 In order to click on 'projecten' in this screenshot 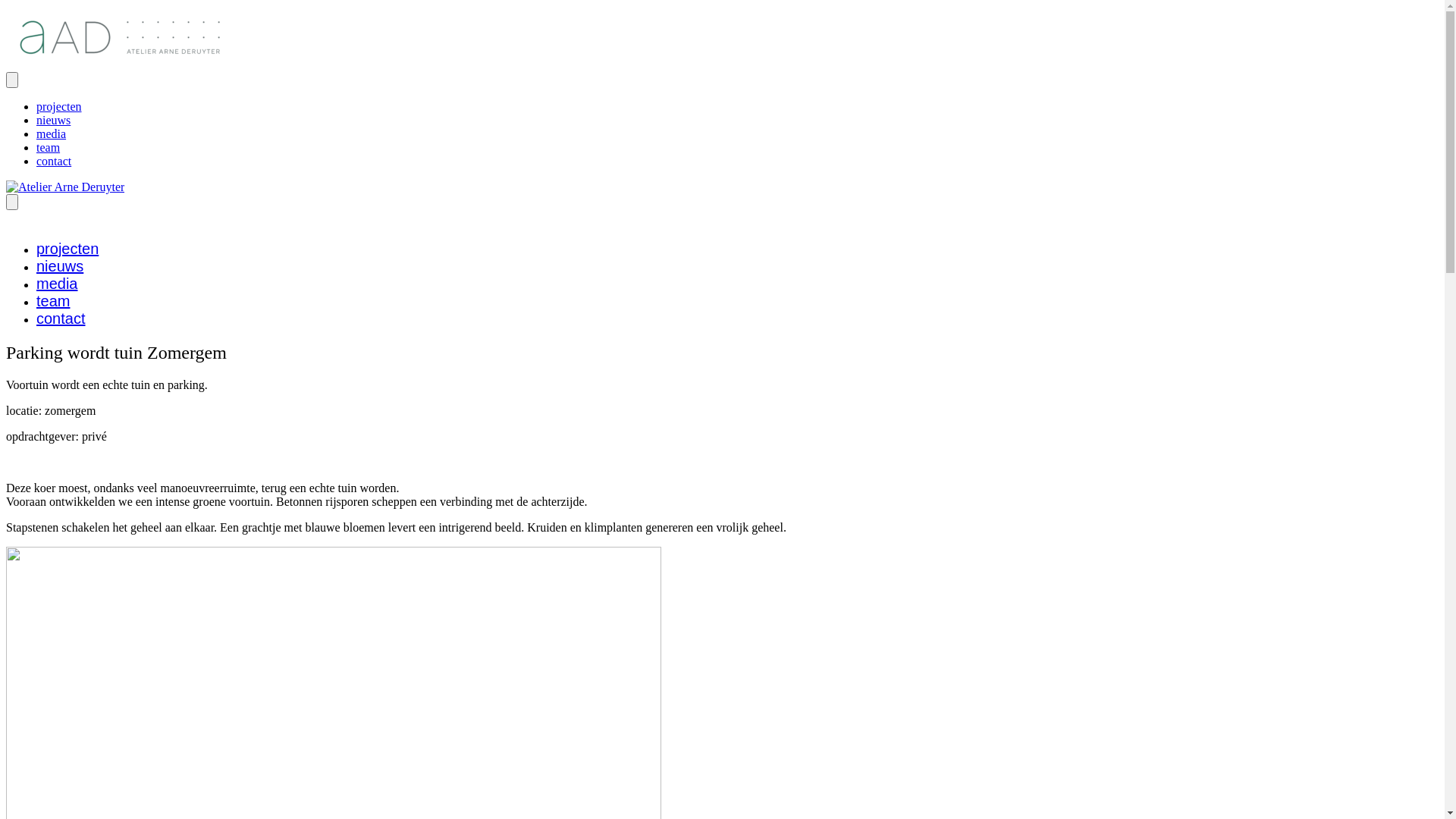, I will do `click(36, 105)`.